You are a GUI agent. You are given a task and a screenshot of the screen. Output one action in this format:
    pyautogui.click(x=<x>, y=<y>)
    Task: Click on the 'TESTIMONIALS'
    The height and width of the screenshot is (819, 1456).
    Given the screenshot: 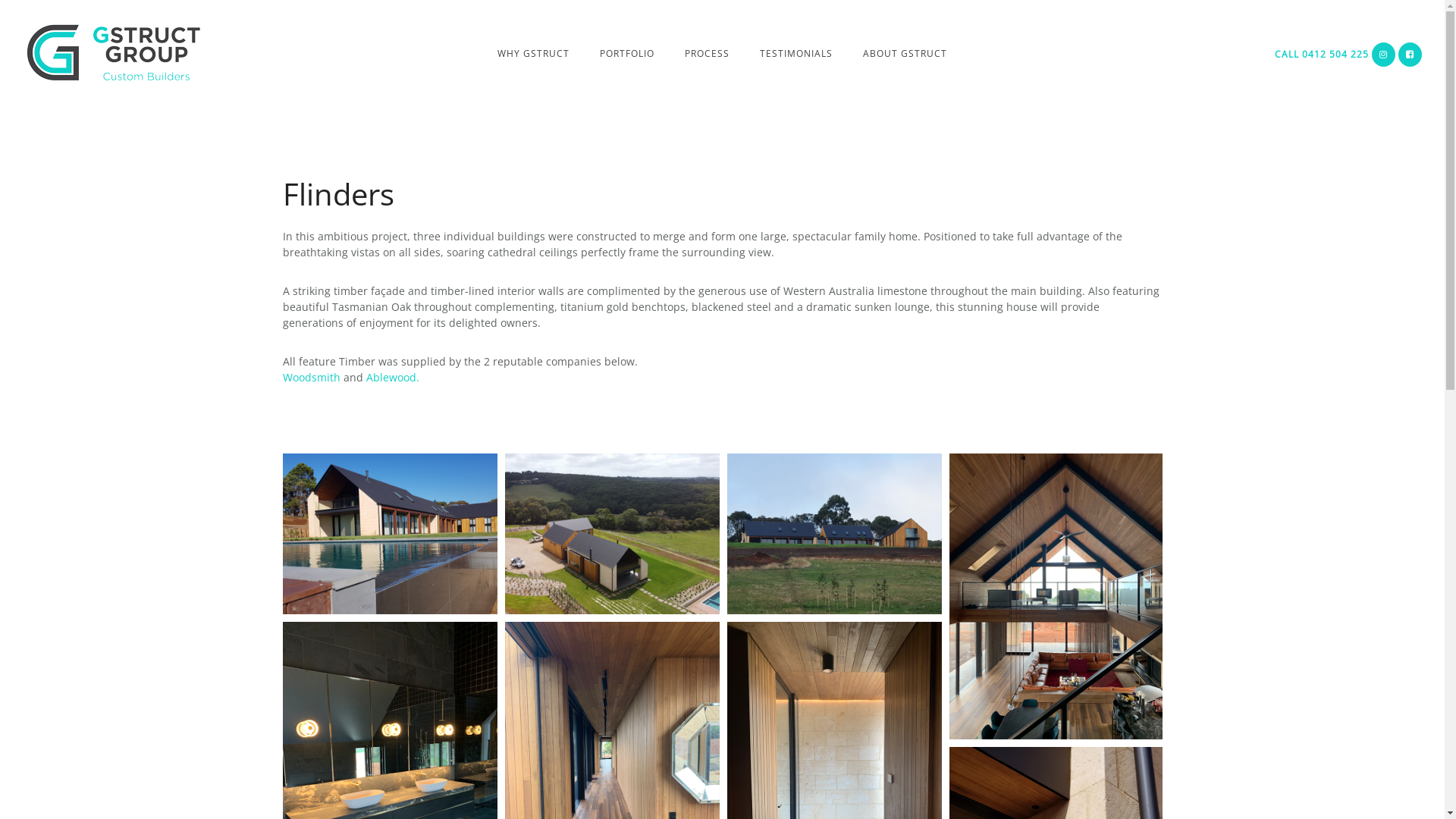 What is the action you would take?
    pyautogui.click(x=795, y=52)
    